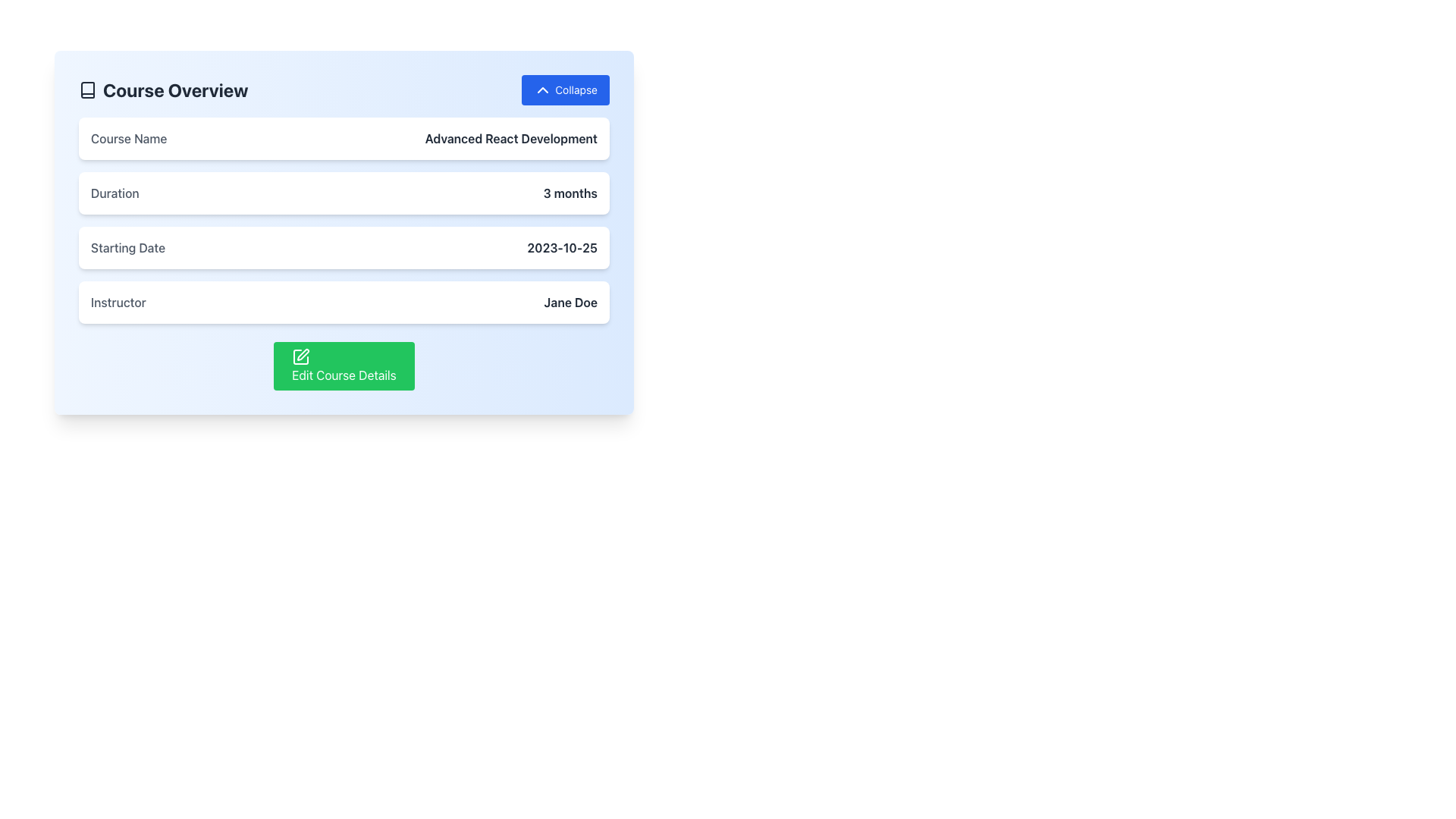 The width and height of the screenshot is (1456, 819). What do you see at coordinates (301, 356) in the screenshot?
I see `the green button icon with rounded edges located near the bottom center of the panel, next to a text label` at bounding box center [301, 356].